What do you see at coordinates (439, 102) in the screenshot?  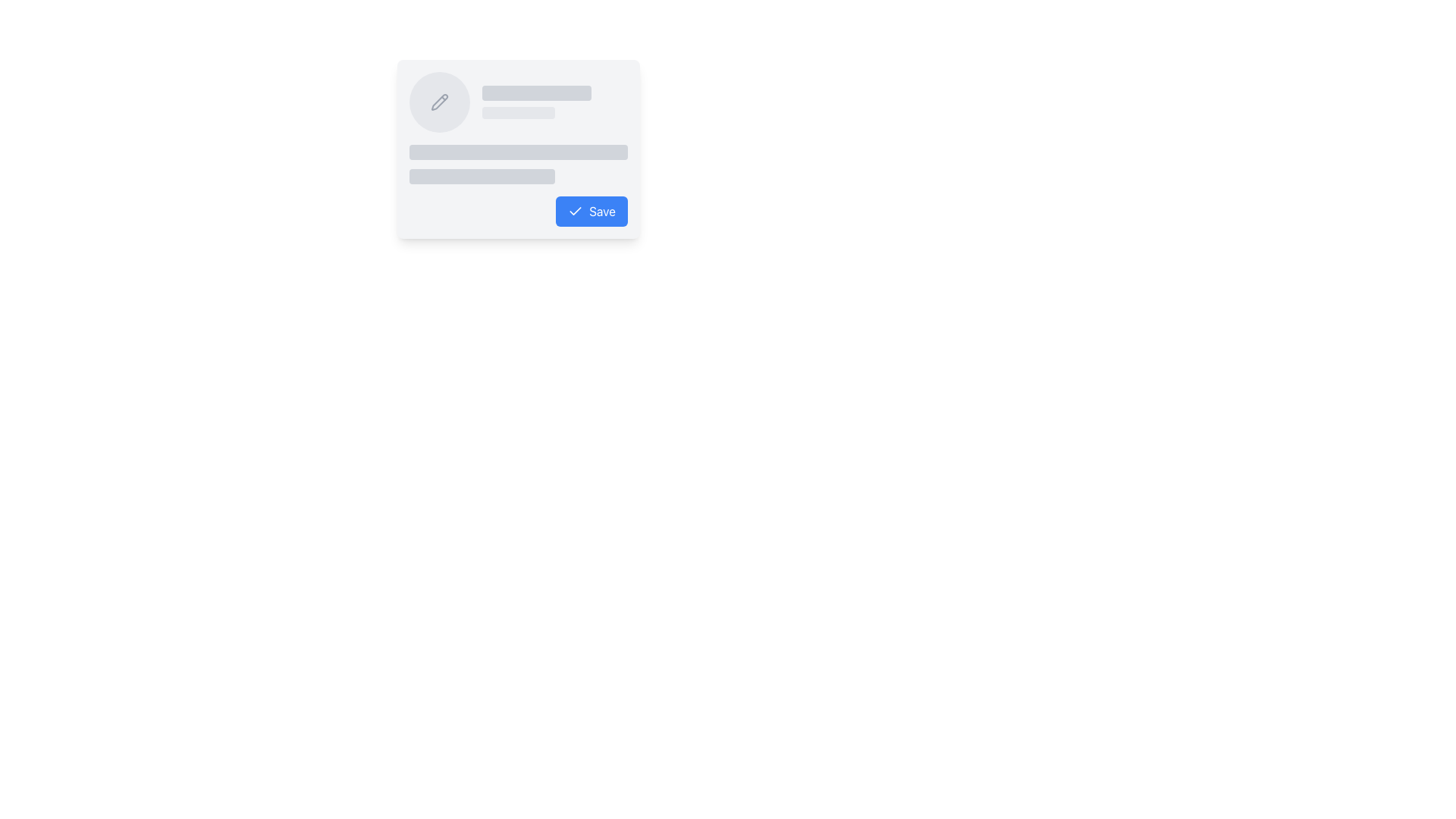 I see `the pencil icon located in the top-left corner of the frame` at bounding box center [439, 102].